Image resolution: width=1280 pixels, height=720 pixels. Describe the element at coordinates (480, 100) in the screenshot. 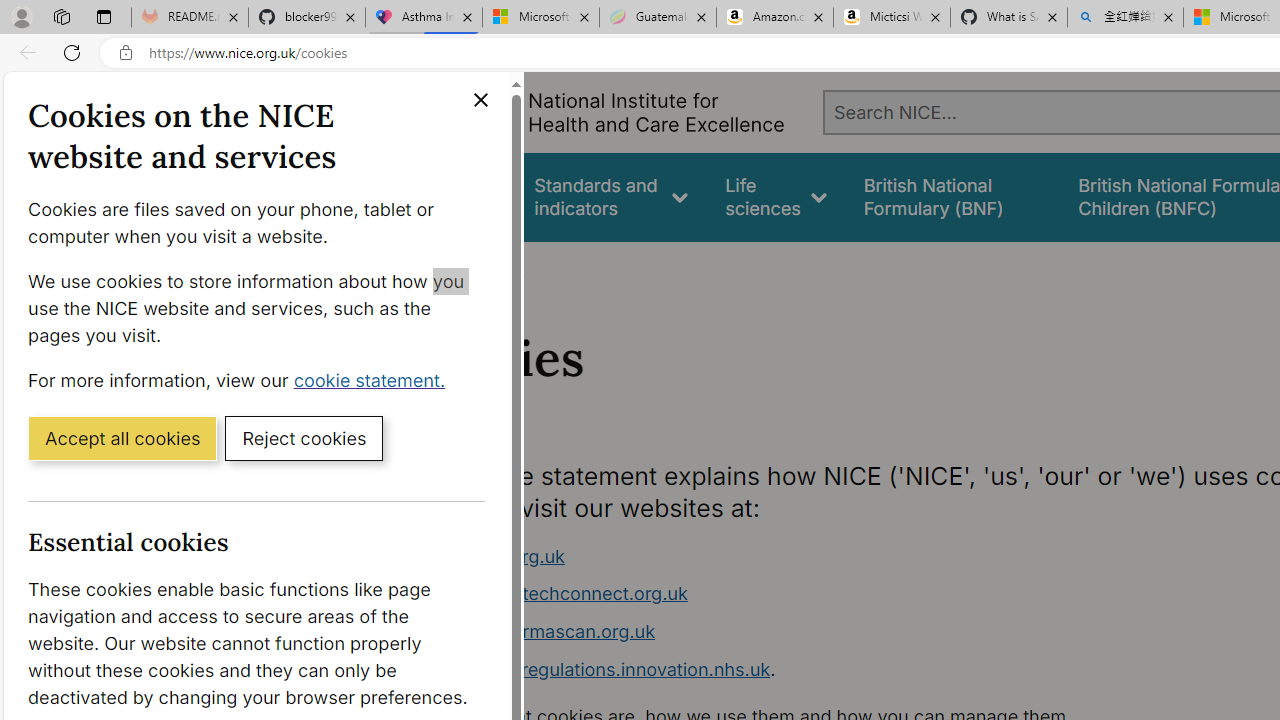

I see `'Close cookie banner'` at that location.